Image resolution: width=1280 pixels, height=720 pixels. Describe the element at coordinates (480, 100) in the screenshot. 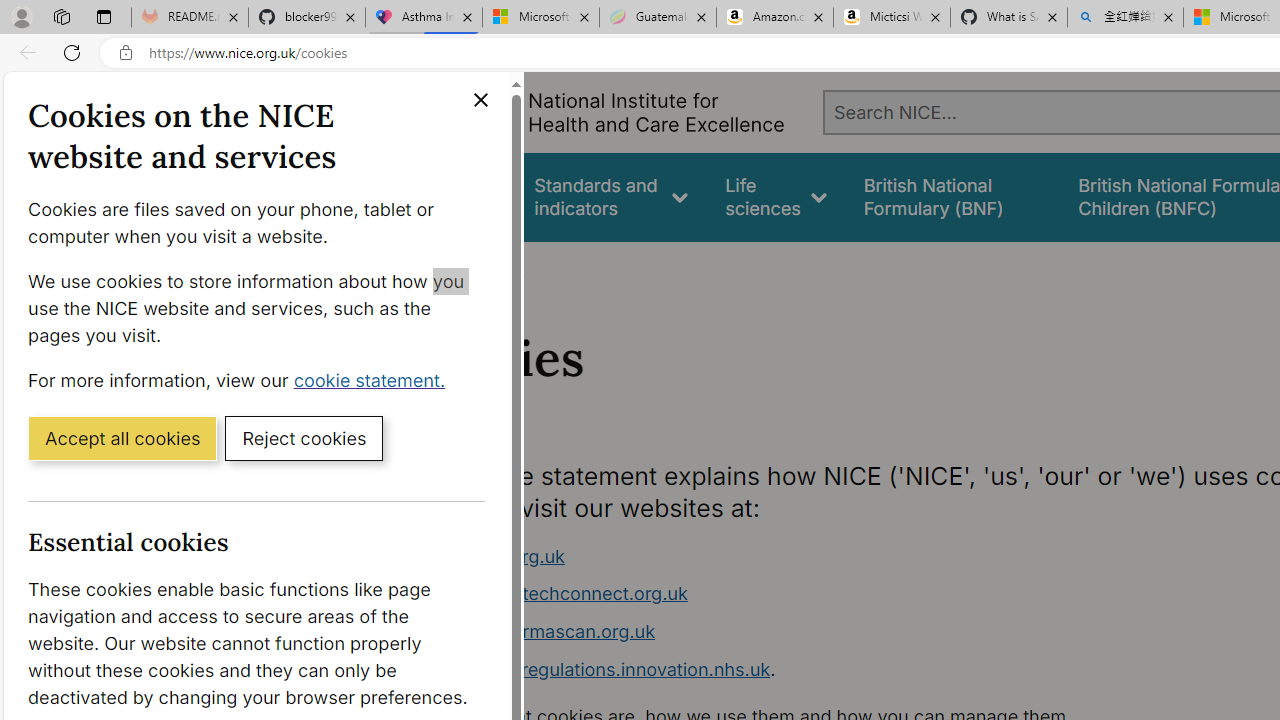

I see `'Close cookie banner'` at that location.